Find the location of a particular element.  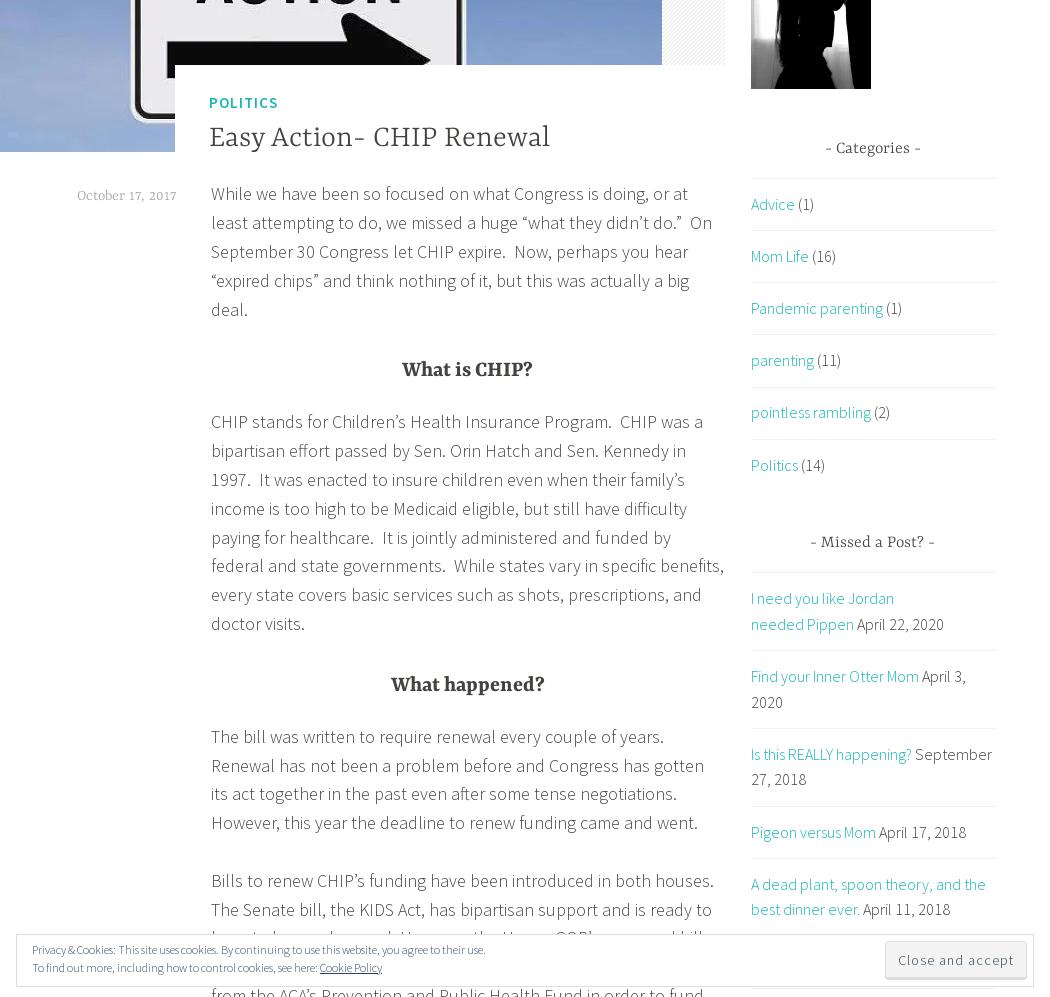

'What happened?' is located at coordinates (467, 683).